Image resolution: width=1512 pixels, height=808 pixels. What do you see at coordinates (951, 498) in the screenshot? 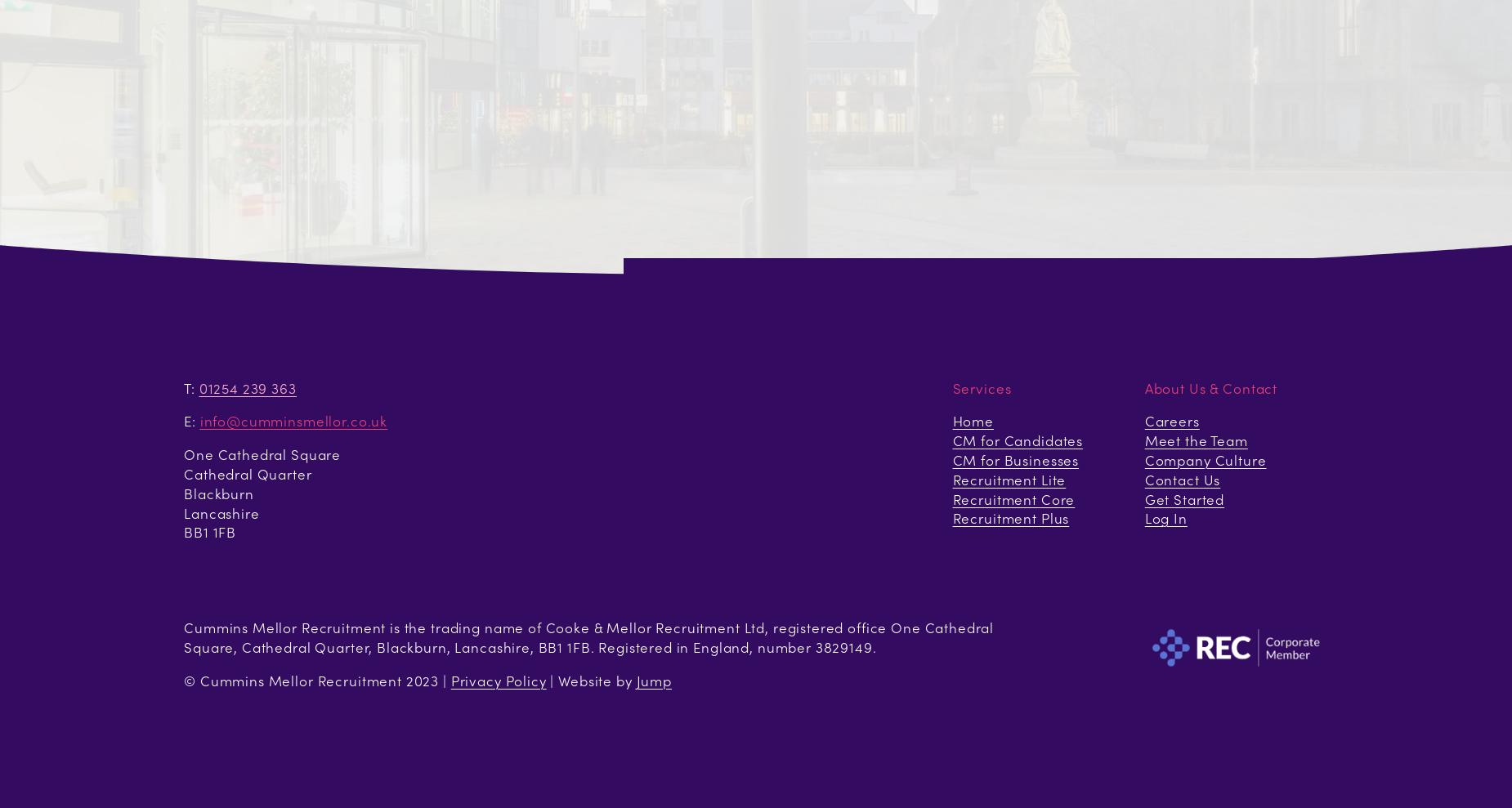
I see `'Recruitment Core'` at bounding box center [951, 498].